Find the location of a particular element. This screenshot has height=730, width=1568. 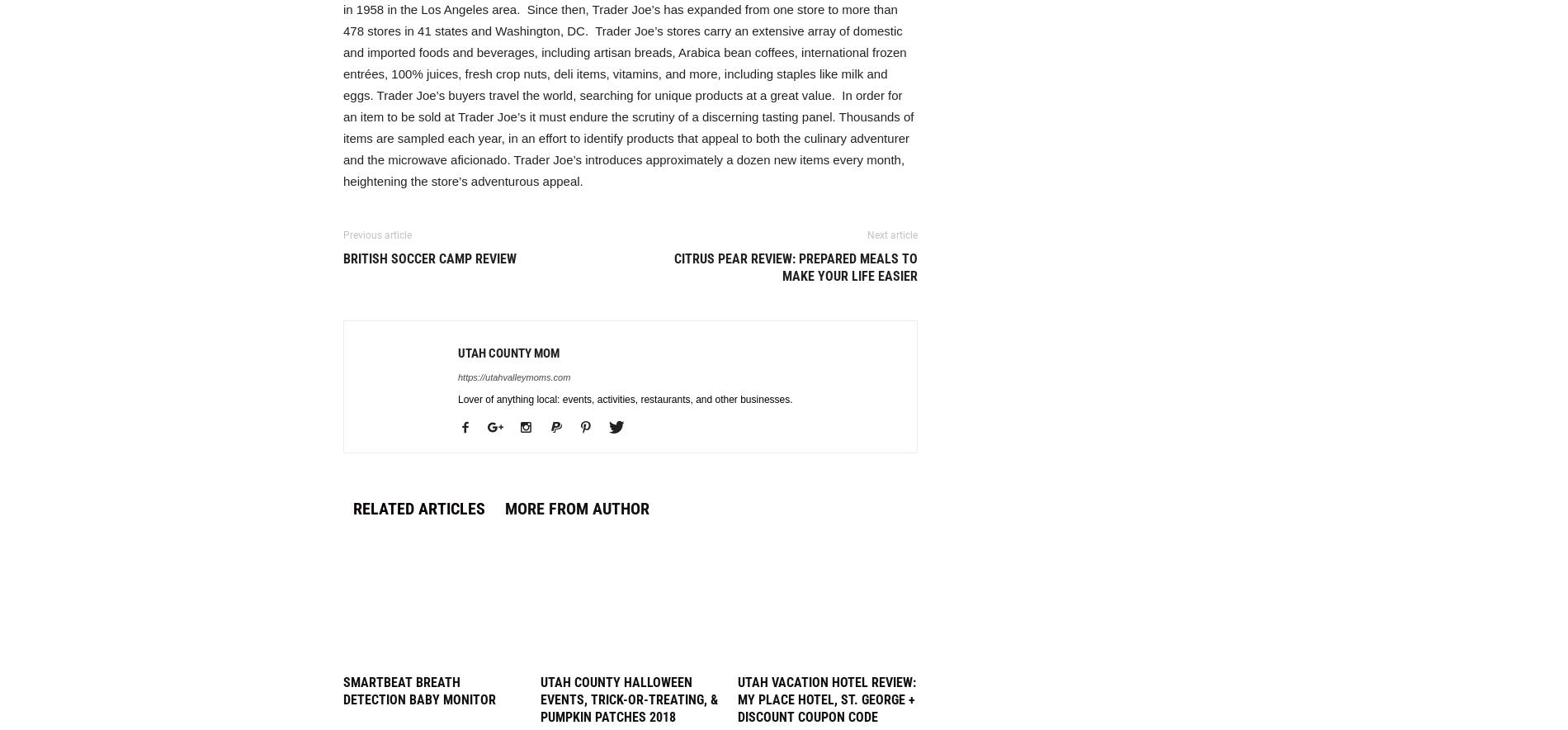

'MORE FROM AUTHOR' is located at coordinates (504, 508).